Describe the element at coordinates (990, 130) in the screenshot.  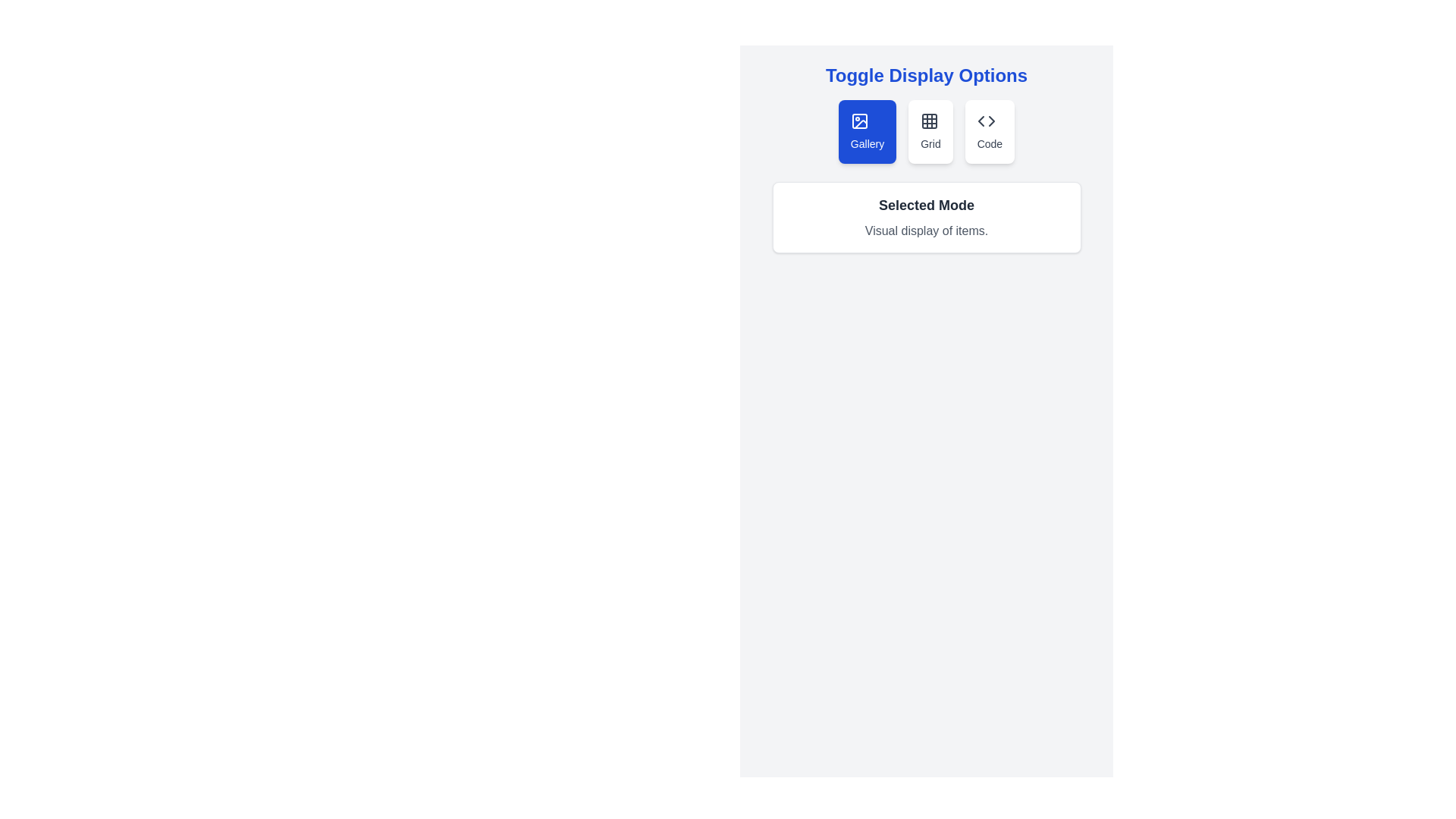
I see `the display mode Code by clicking the corresponding button` at that location.